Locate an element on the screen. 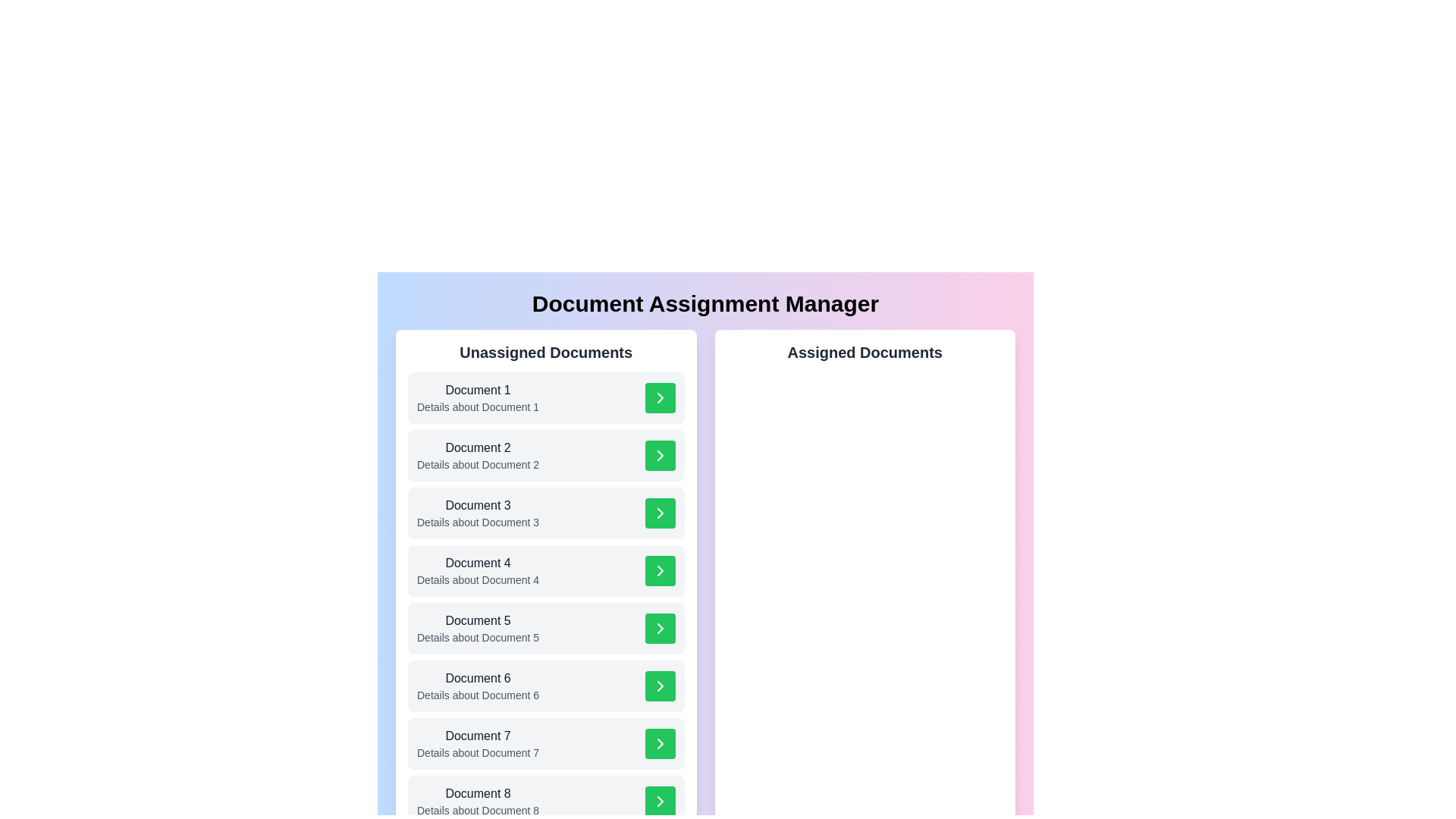  the icon button for 'Document 5' located under the 'Unassigned Documents' column is located at coordinates (660, 629).